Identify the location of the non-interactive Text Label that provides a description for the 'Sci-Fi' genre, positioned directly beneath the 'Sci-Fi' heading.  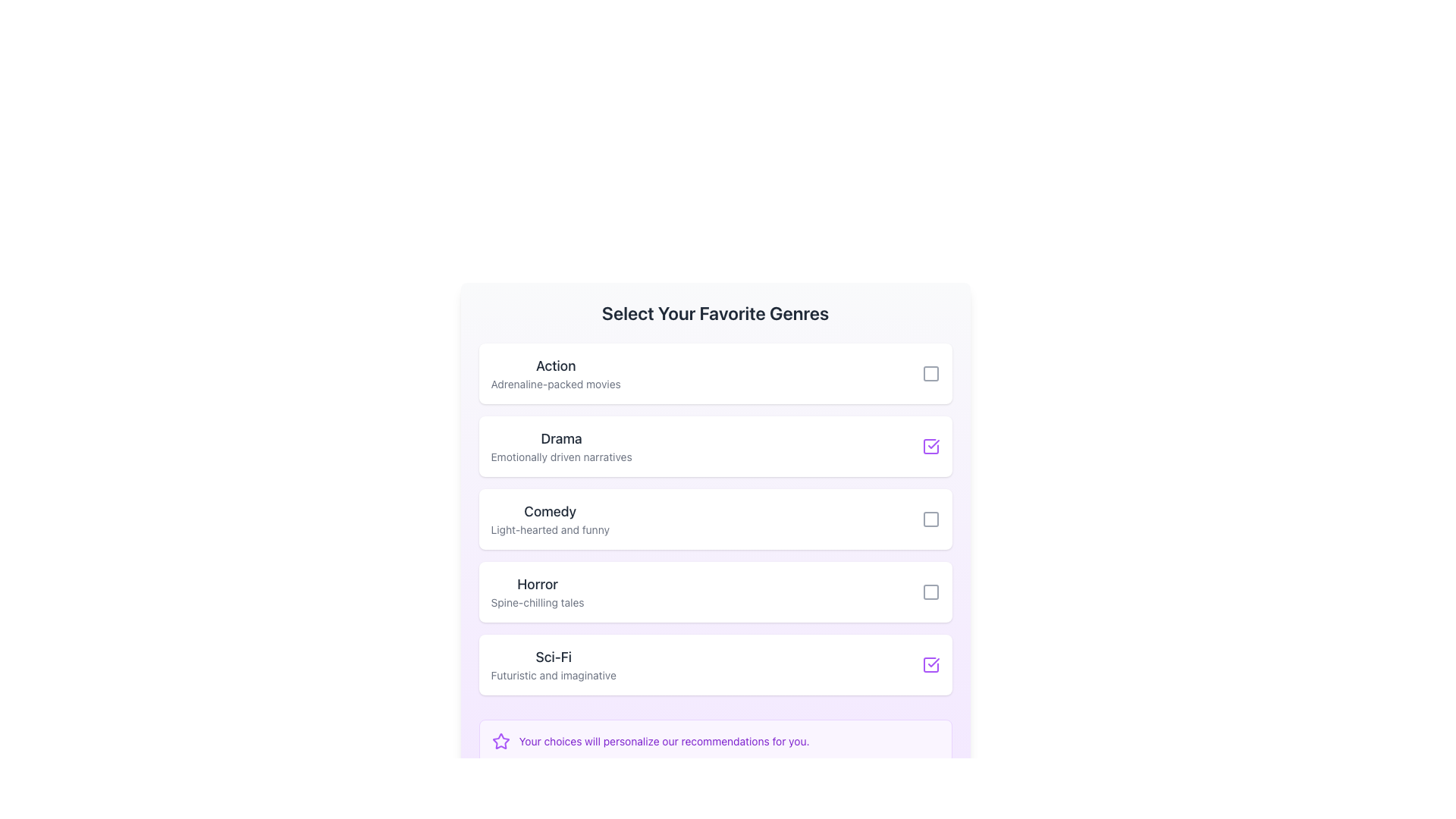
(553, 675).